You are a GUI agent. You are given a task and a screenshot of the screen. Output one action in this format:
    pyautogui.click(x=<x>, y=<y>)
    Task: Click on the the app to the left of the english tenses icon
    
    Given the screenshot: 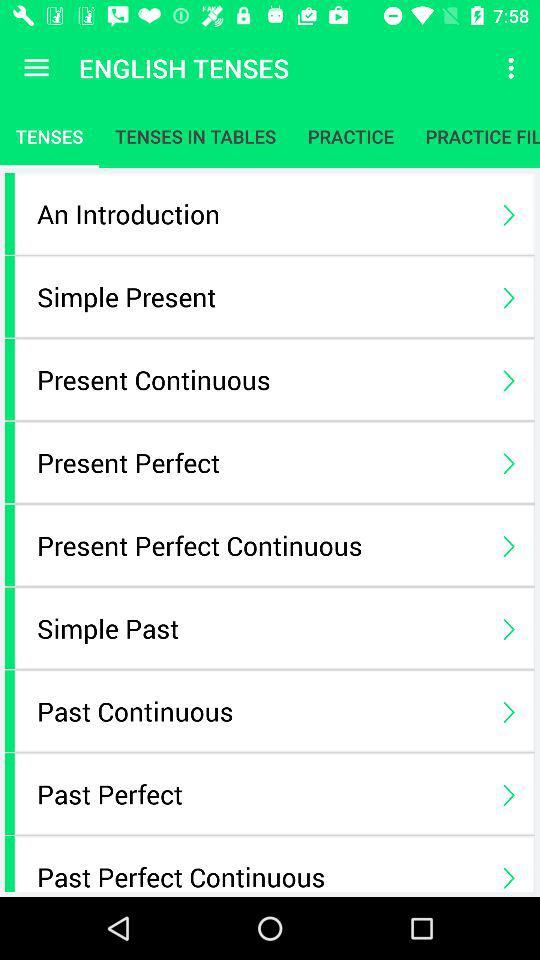 What is the action you would take?
    pyautogui.click(x=36, y=68)
    